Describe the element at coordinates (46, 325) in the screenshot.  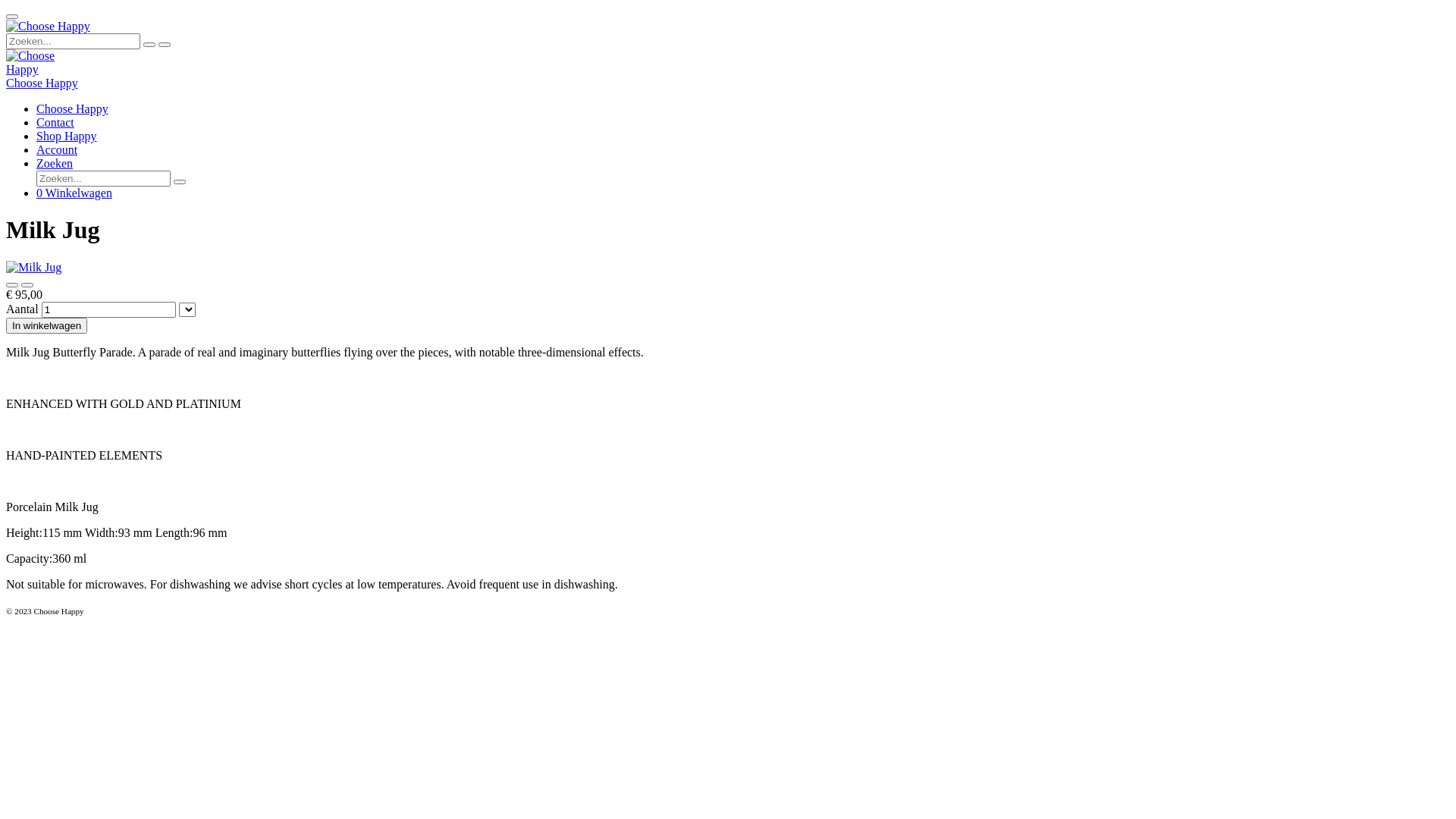
I see `'In winkelwagen'` at that location.